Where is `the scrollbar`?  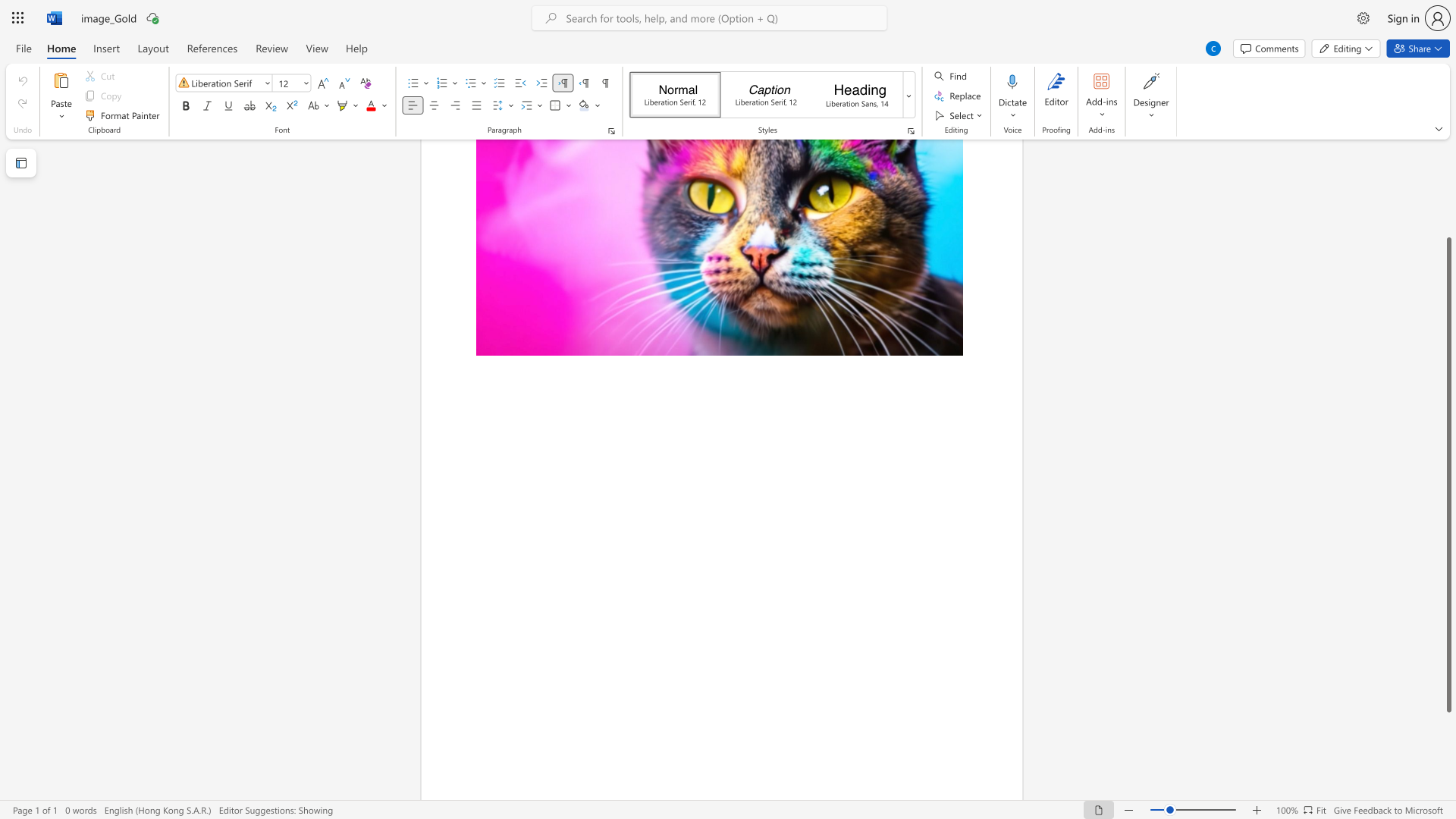
the scrollbar is located at coordinates (1448, 227).